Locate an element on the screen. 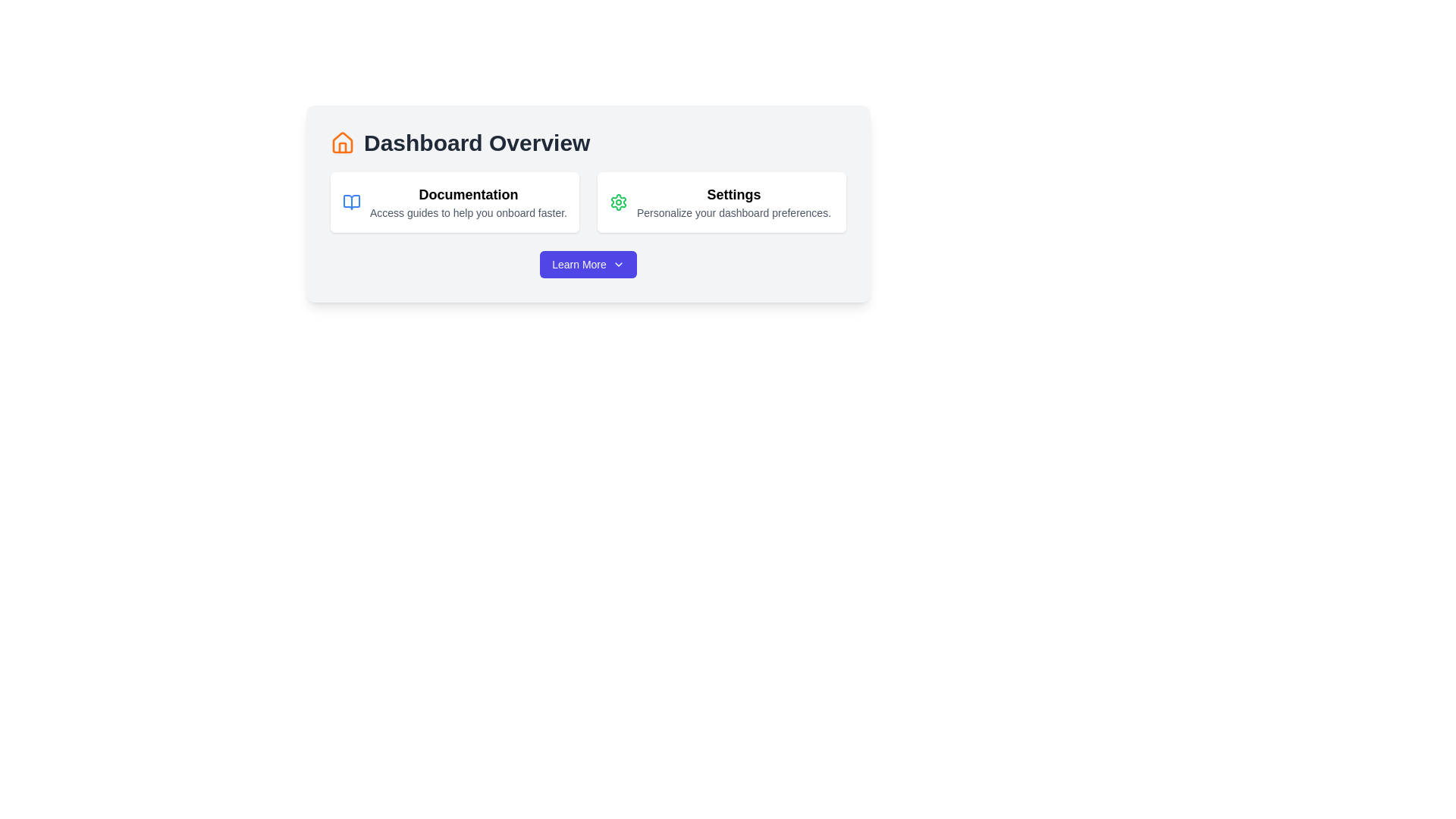 This screenshot has width=1456, height=819. the orange house-shaped icon located to the left of the 'Dashboard Overview' text in the UI is located at coordinates (341, 143).